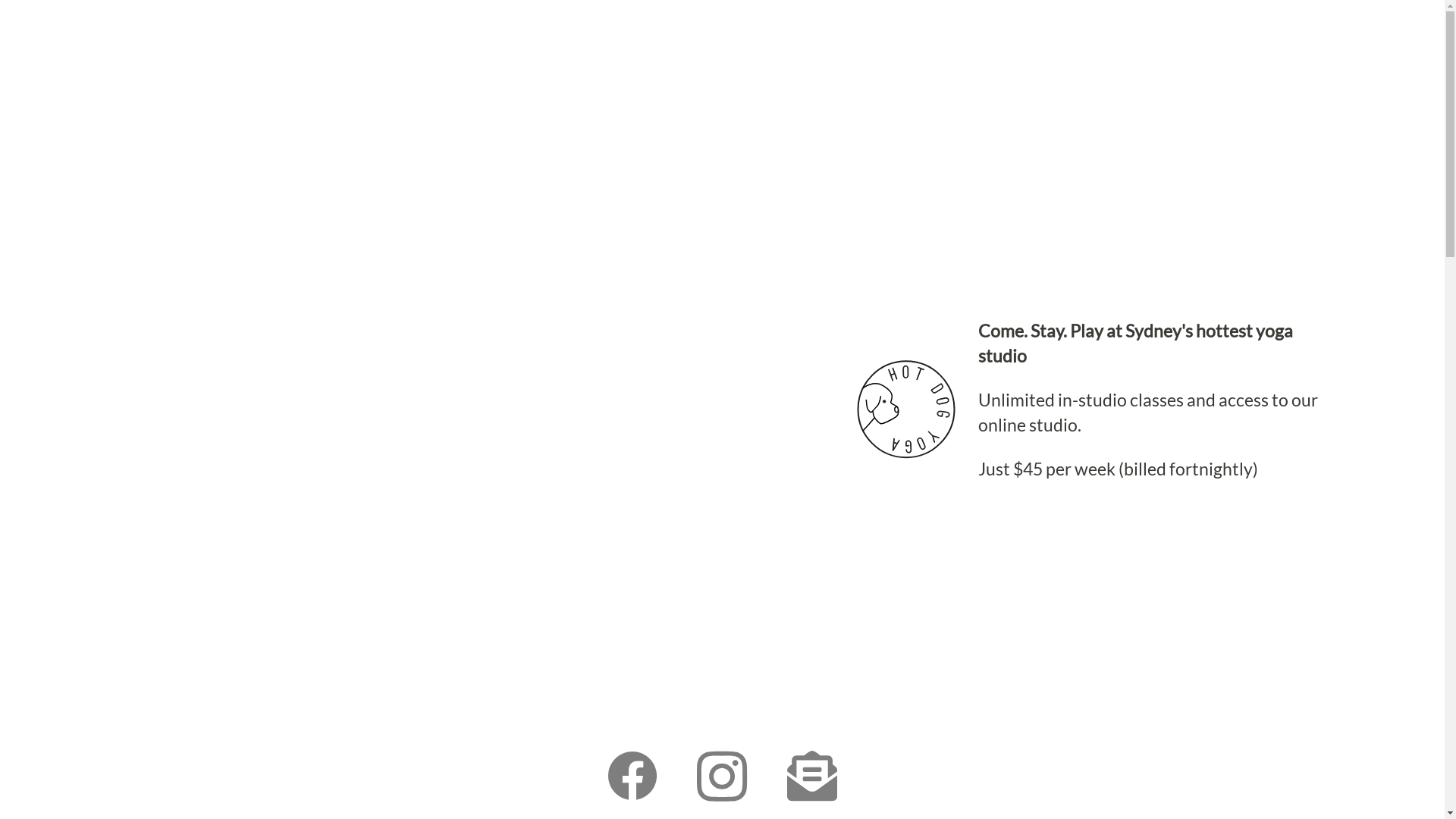  Describe the element at coordinates (720, 773) in the screenshot. I see `'Follow us on Instagram'` at that location.